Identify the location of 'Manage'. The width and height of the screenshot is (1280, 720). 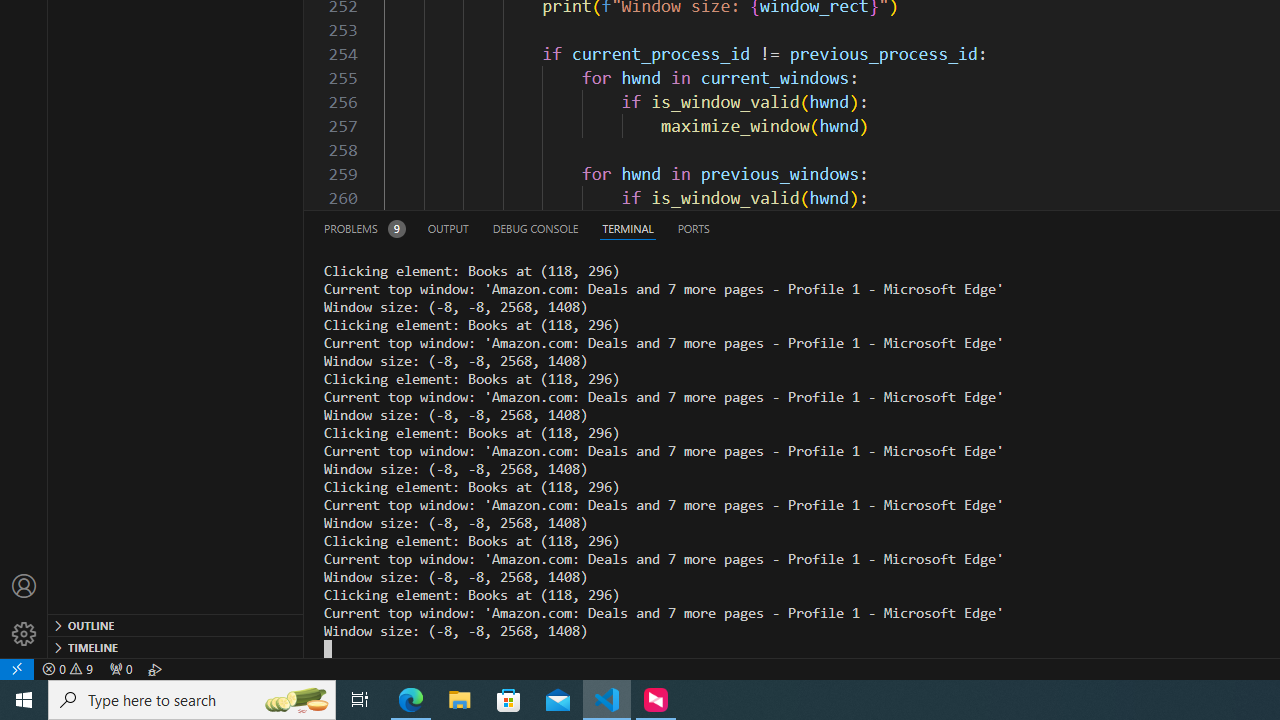
(24, 609).